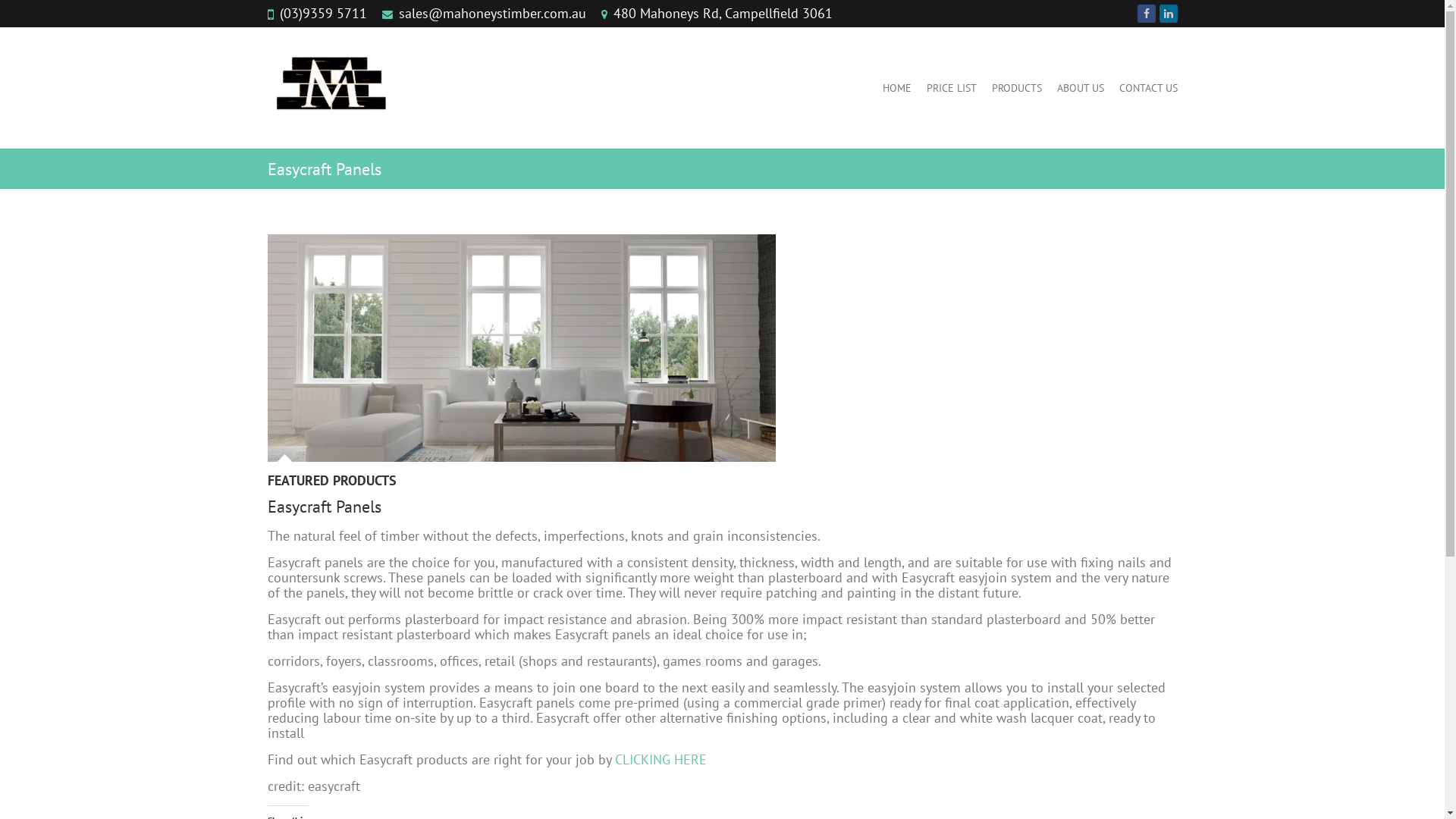 The height and width of the screenshot is (819, 1456). I want to click on ' on Facebook', so click(1147, 14).